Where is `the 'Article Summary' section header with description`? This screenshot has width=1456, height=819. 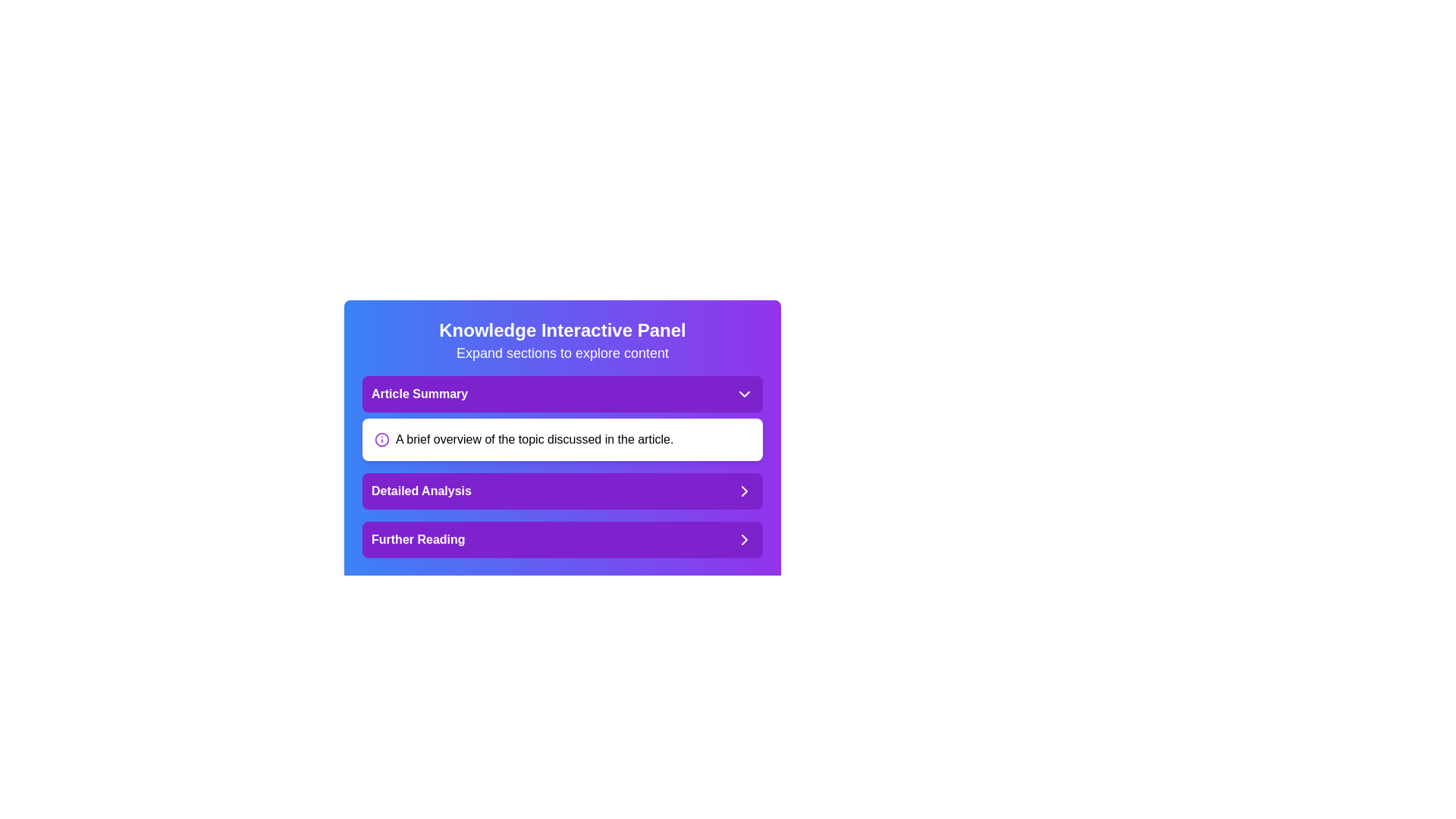 the 'Article Summary' section header with description is located at coordinates (562, 416).